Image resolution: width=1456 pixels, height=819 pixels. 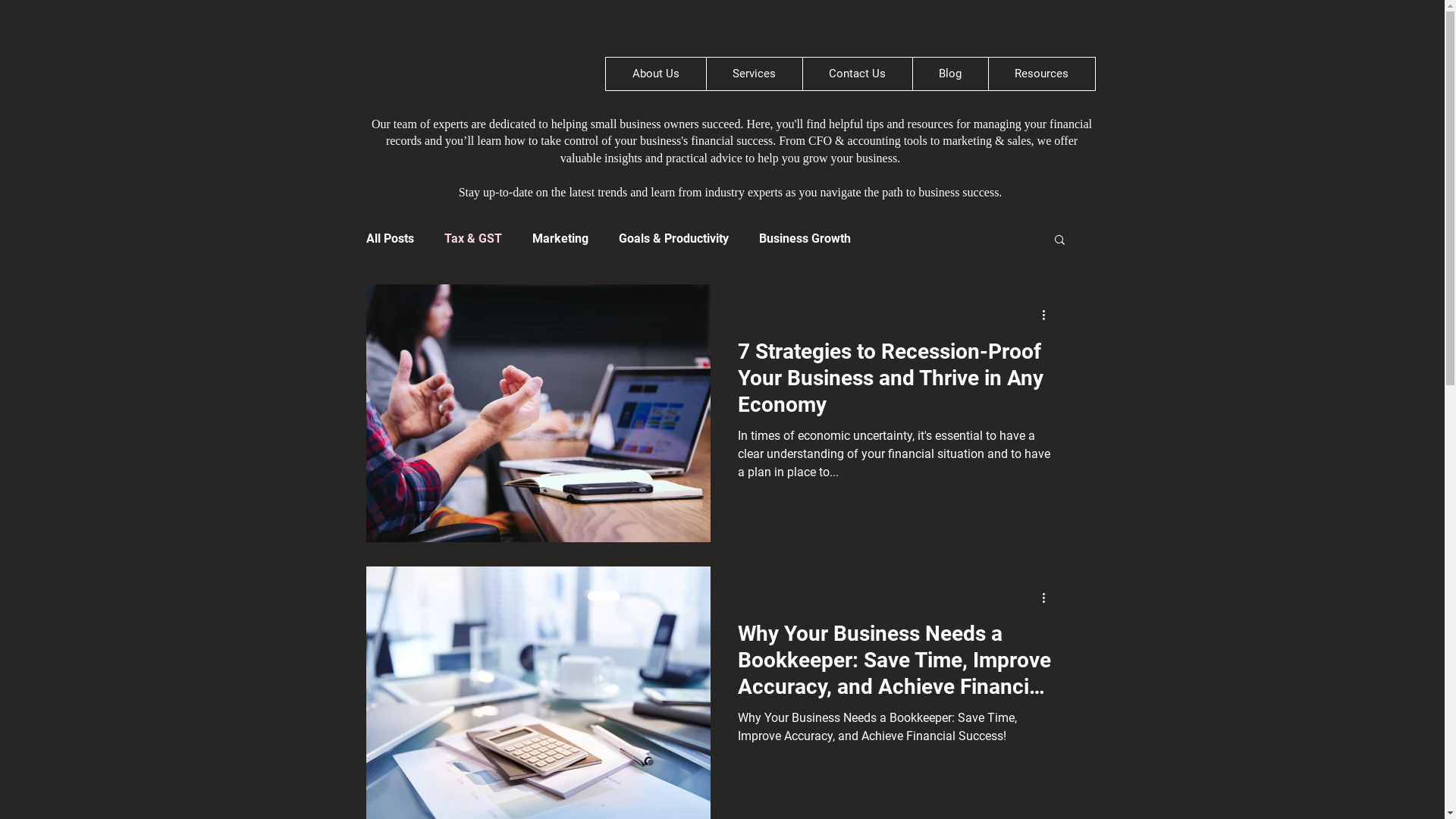 I want to click on 'Resources', so click(x=1040, y=74).